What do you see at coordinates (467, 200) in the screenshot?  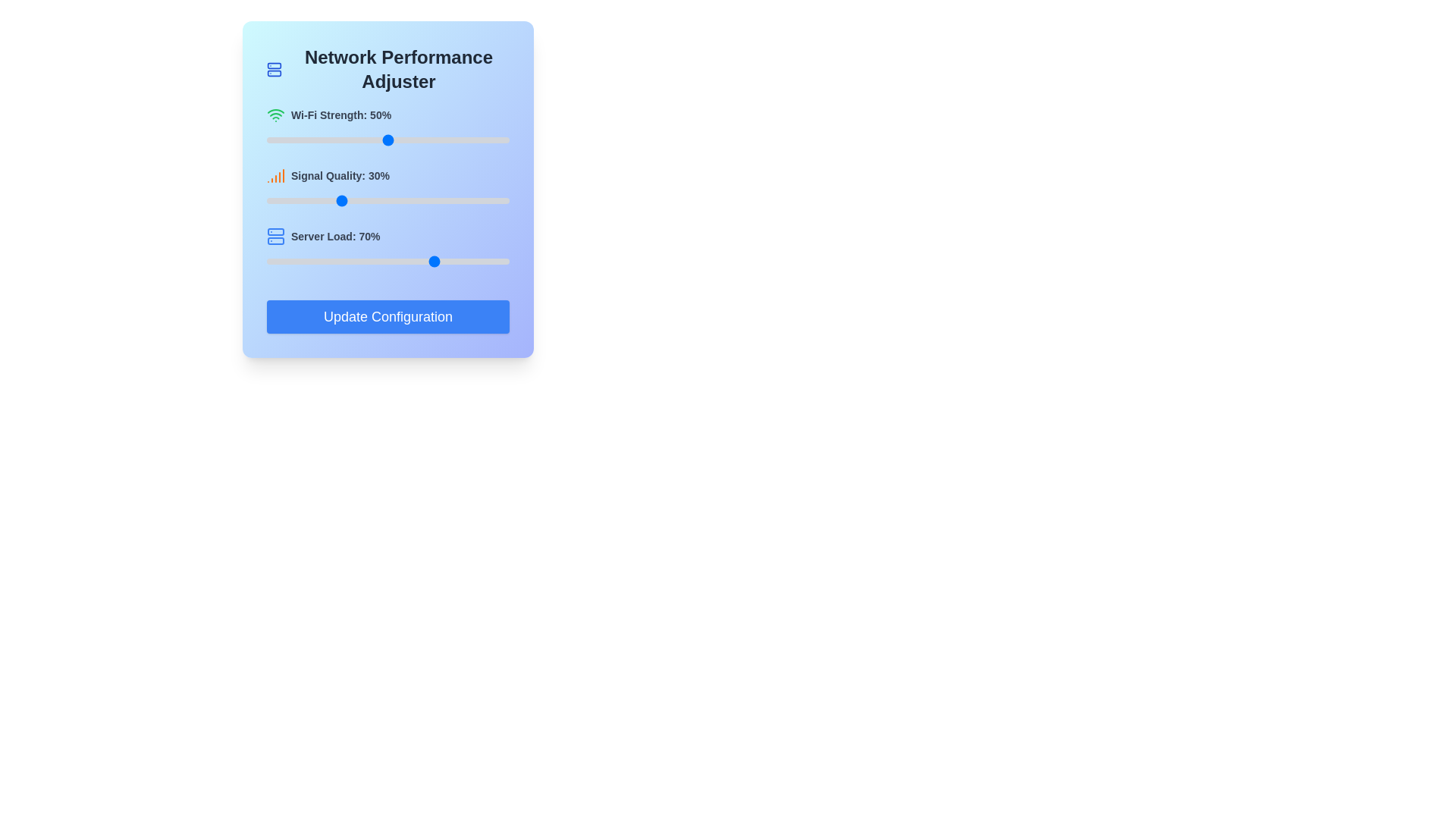 I see `the signal quality` at bounding box center [467, 200].